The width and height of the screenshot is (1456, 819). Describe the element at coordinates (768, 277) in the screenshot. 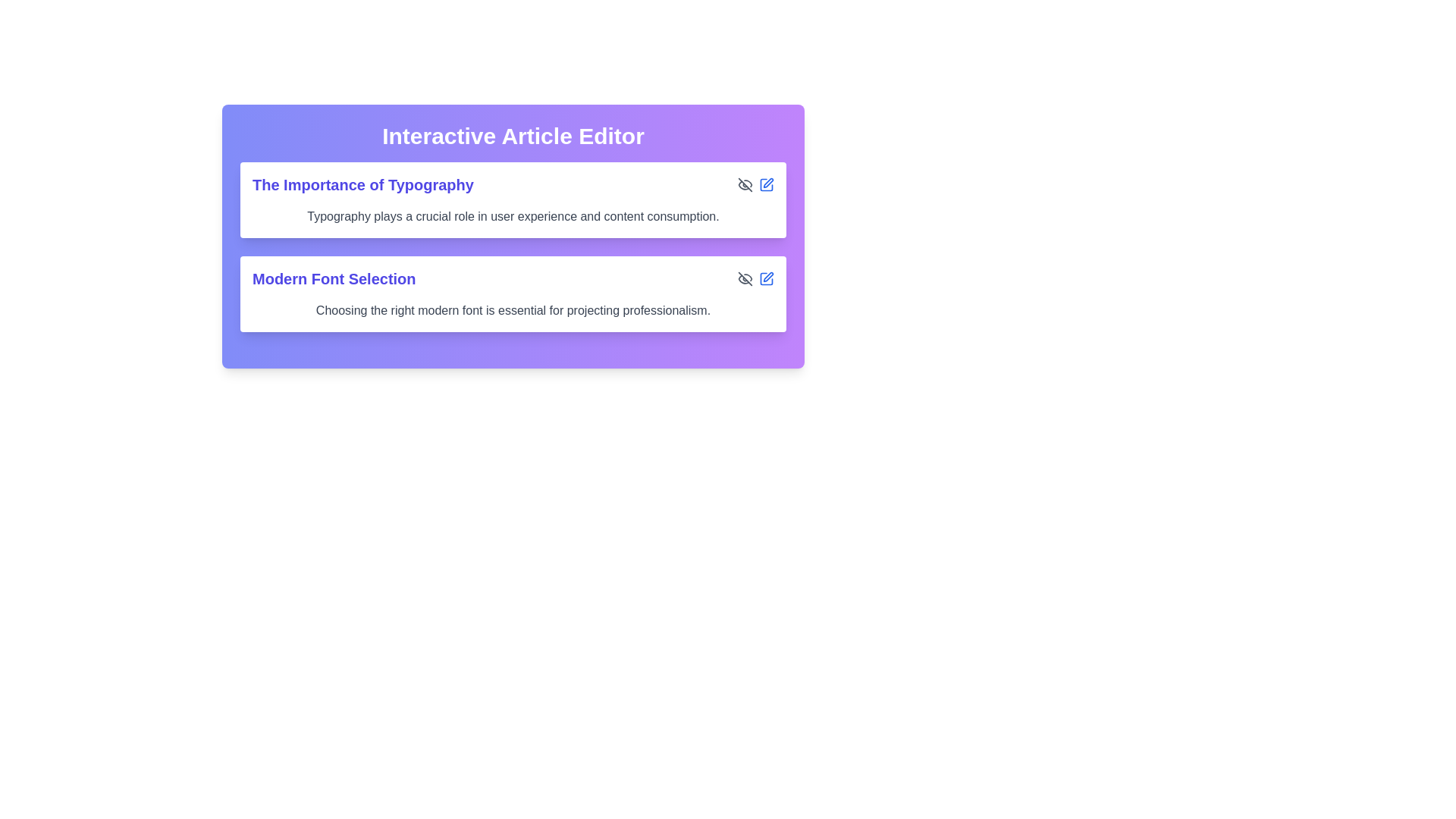

I see `the edit Icon button for the second article entry` at that location.